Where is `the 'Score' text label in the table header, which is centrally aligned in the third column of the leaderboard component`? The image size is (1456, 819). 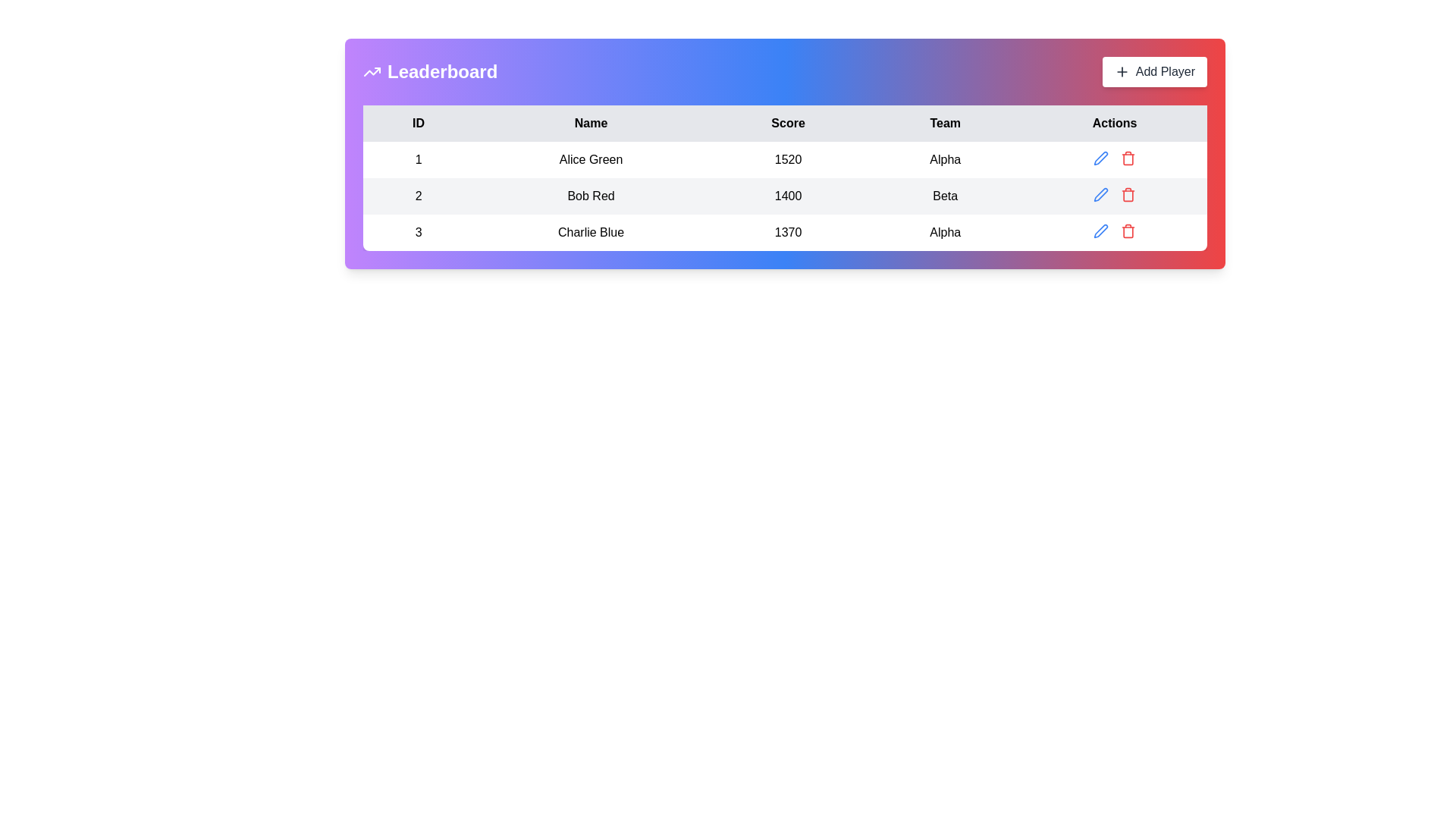
the 'Score' text label in the table header, which is centrally aligned in the third column of the leaderboard component is located at coordinates (785, 122).